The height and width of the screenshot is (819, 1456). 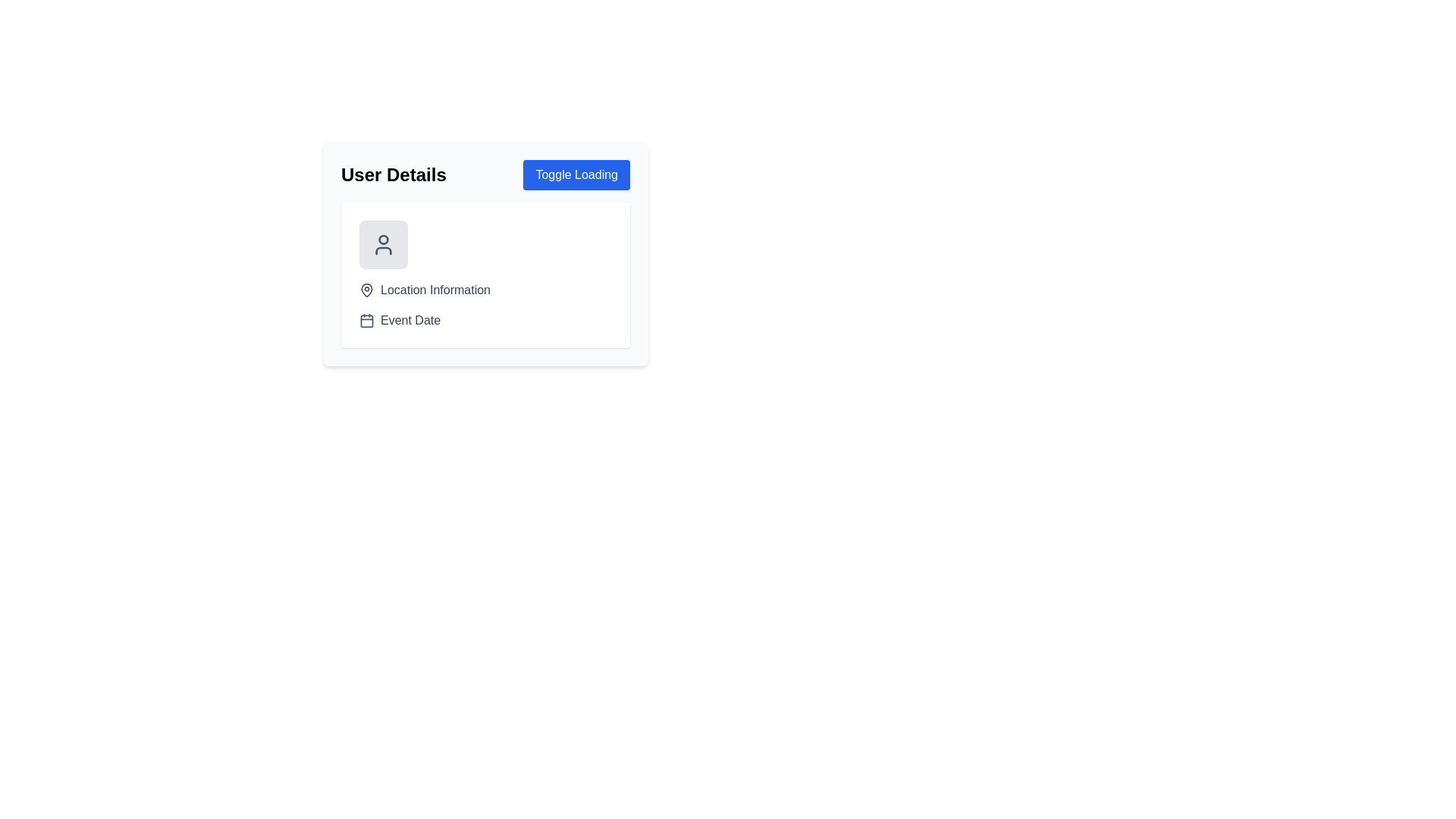 What do you see at coordinates (435, 290) in the screenshot?
I see `the 'Location Information' text label, which is displayed in gray on a white background and is situated next to a pin-shaped icon within the user details card` at bounding box center [435, 290].